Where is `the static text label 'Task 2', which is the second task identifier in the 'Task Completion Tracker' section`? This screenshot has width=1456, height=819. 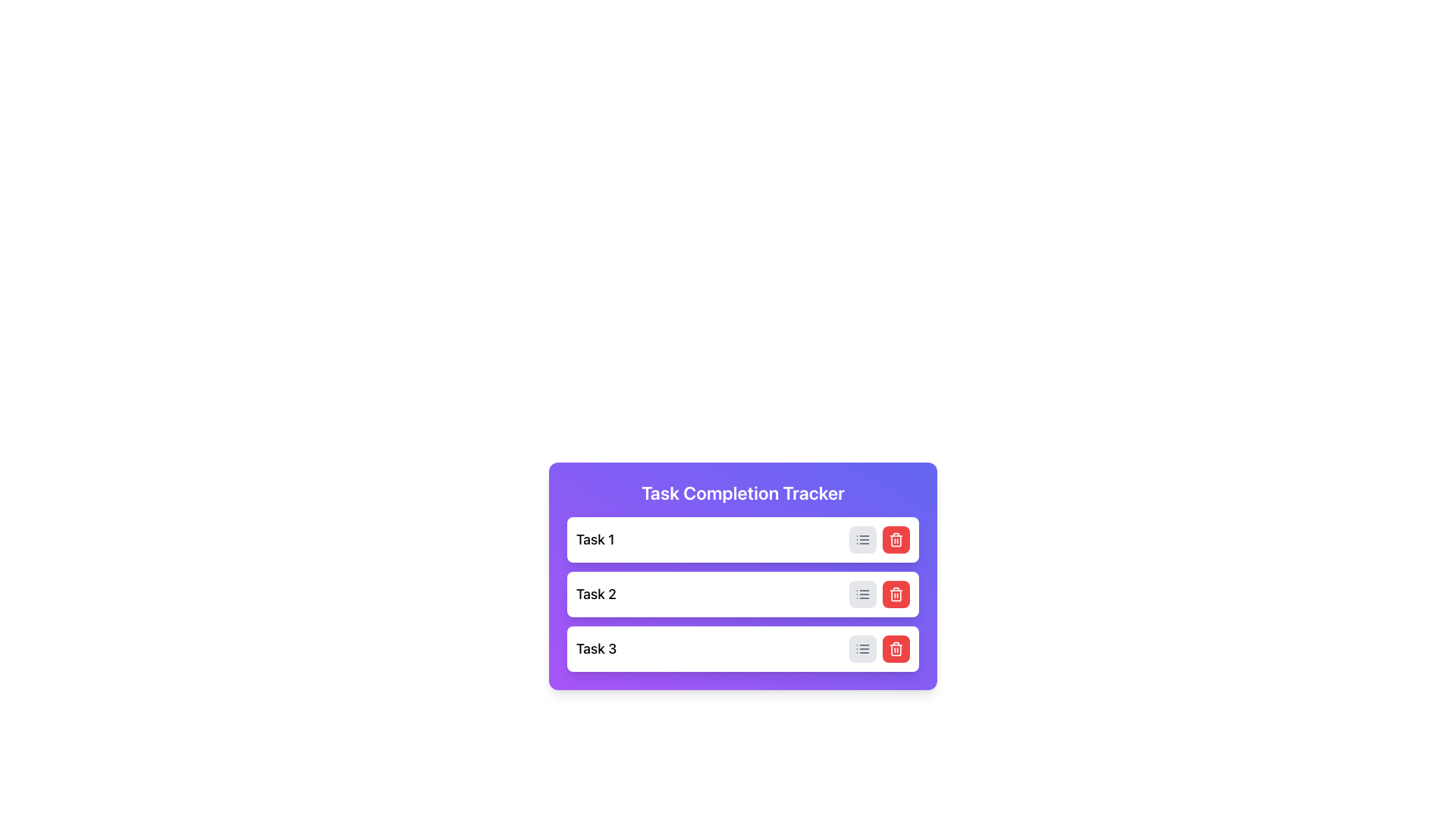
the static text label 'Task 2', which is the second task identifier in the 'Task Completion Tracker' section is located at coordinates (595, 593).